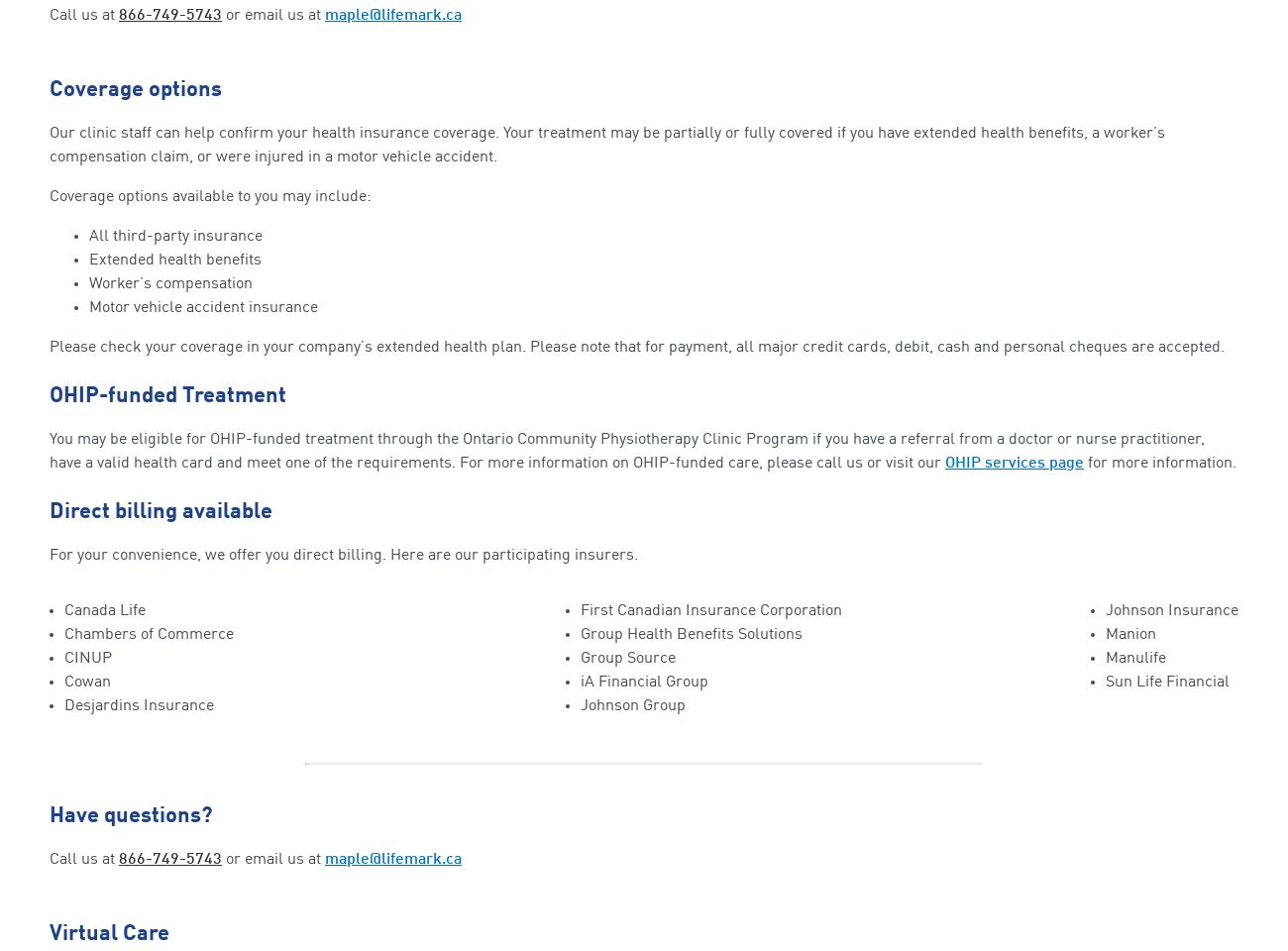 The width and height of the screenshot is (1288, 951). I want to click on 'CINUP', so click(88, 658).